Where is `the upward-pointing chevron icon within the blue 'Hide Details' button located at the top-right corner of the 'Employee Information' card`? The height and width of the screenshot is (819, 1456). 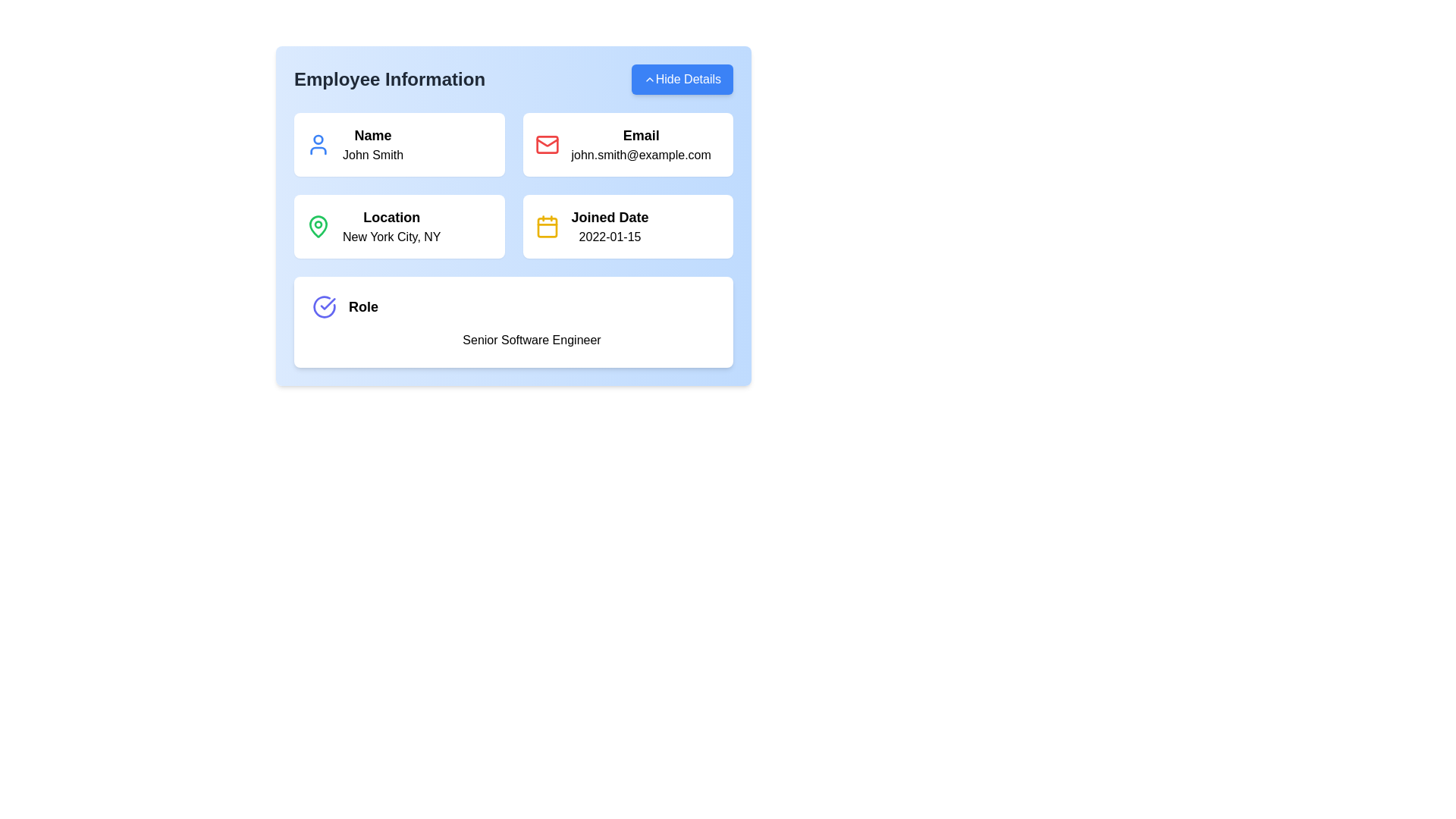
the upward-pointing chevron icon within the blue 'Hide Details' button located at the top-right corner of the 'Employee Information' card is located at coordinates (649, 79).